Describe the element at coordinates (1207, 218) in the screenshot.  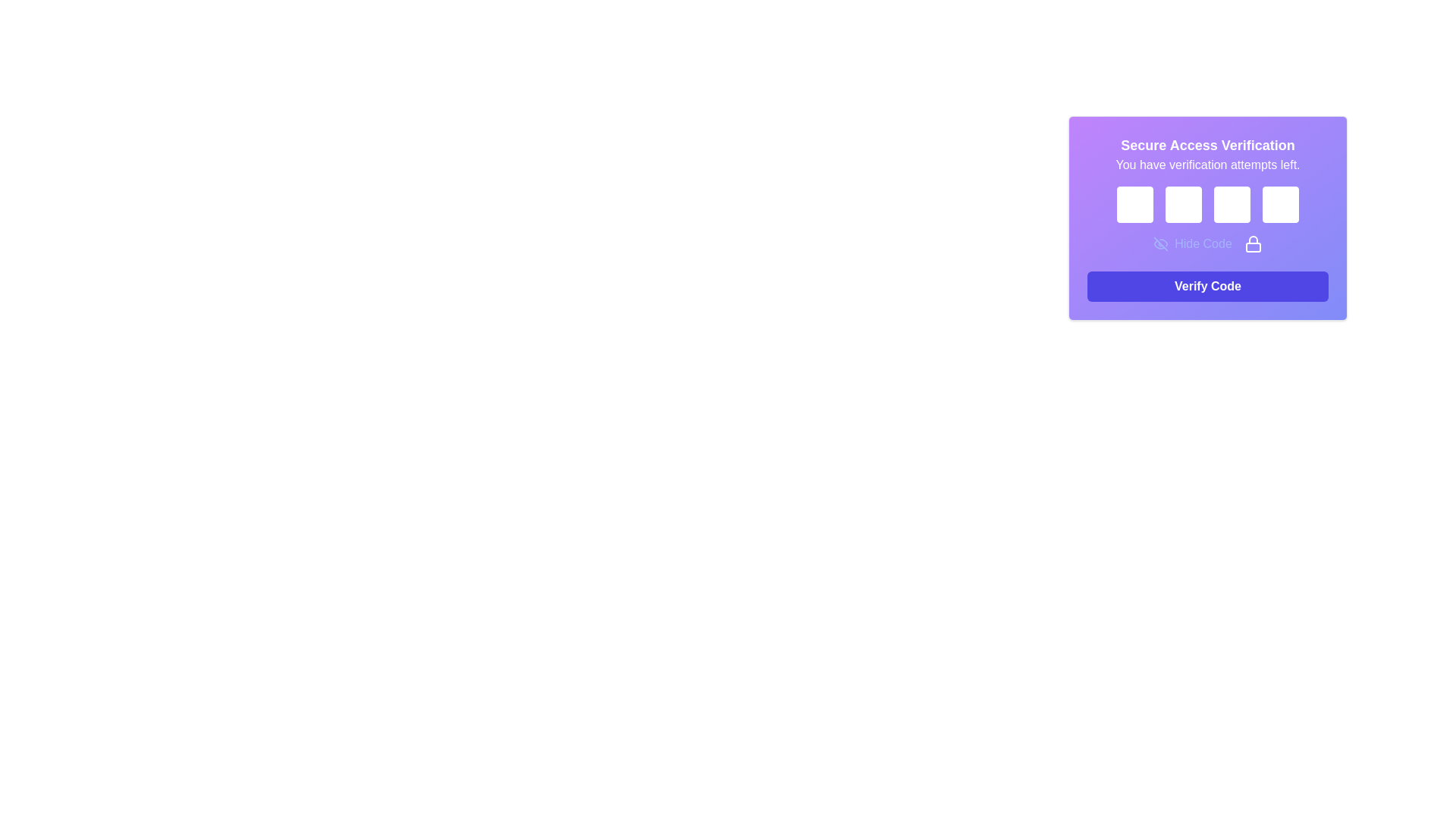
I see `the third text input field, which has a square shape with rounded corners, a white background, and black text, to focus for typing` at that location.